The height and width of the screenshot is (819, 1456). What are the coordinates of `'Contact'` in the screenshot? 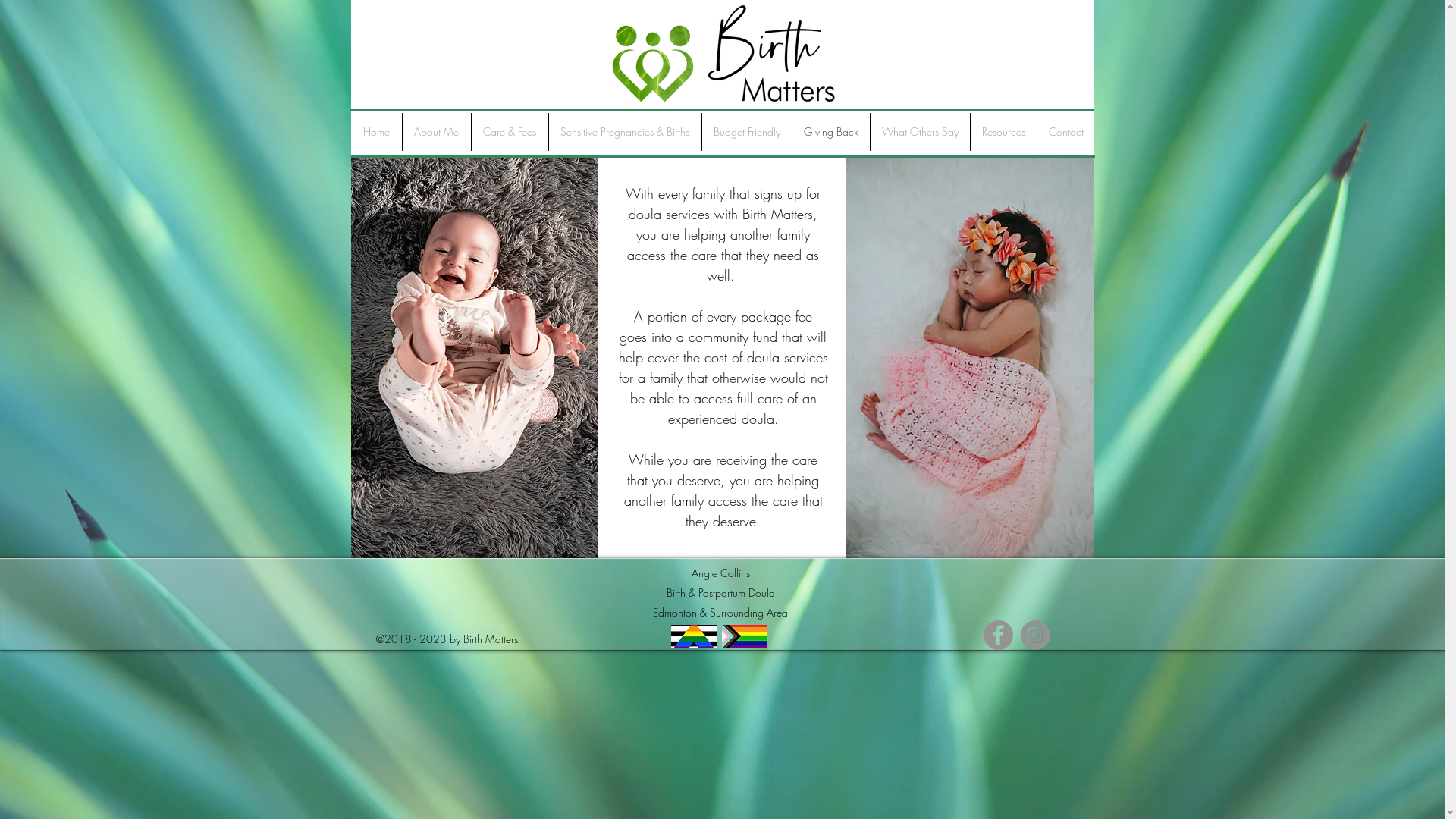 It's located at (1065, 130).